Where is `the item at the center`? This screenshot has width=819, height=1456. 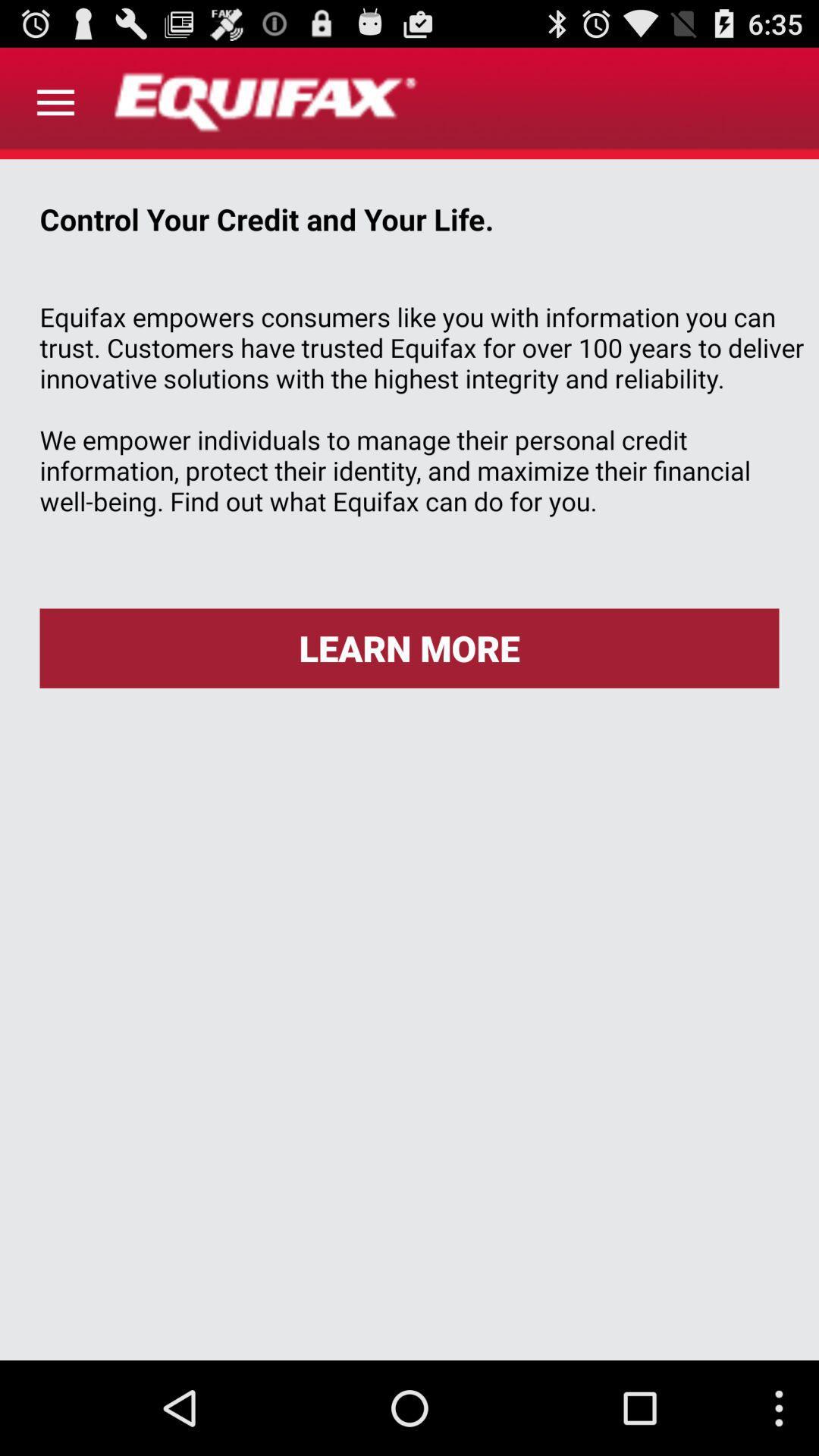
the item at the center is located at coordinates (409, 648).